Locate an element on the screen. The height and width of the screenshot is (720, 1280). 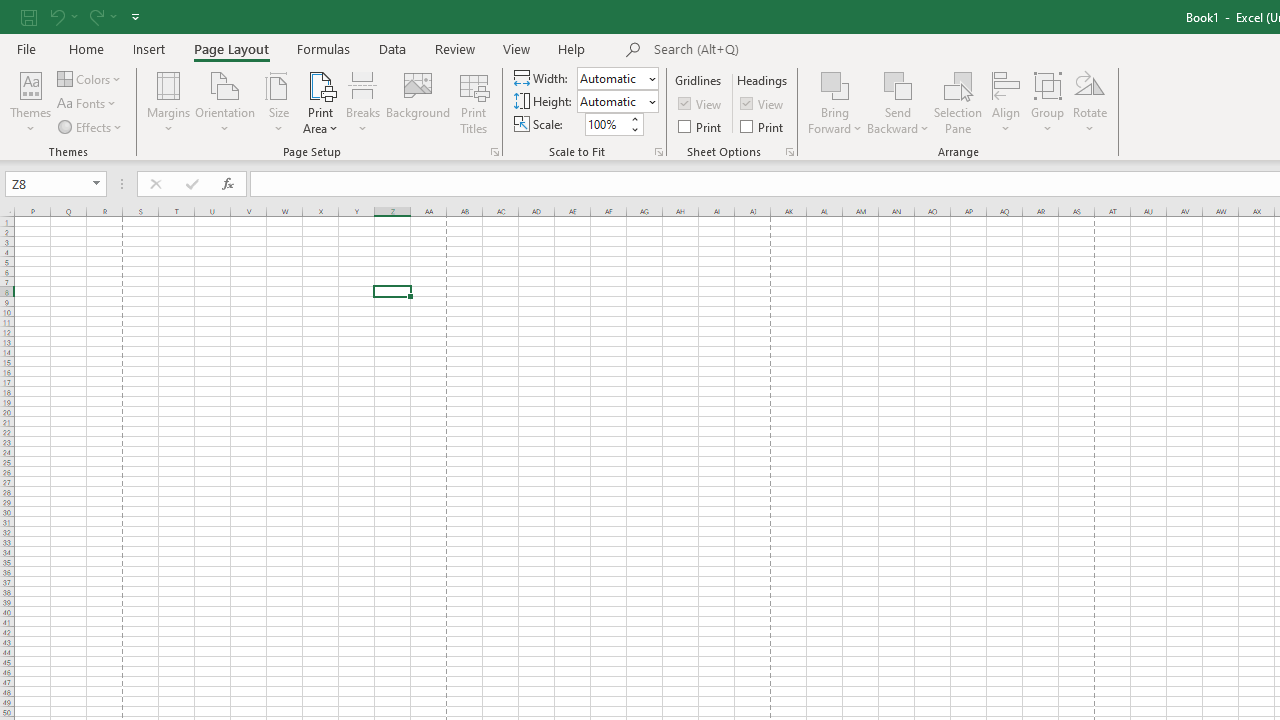
'Group' is located at coordinates (1046, 103).